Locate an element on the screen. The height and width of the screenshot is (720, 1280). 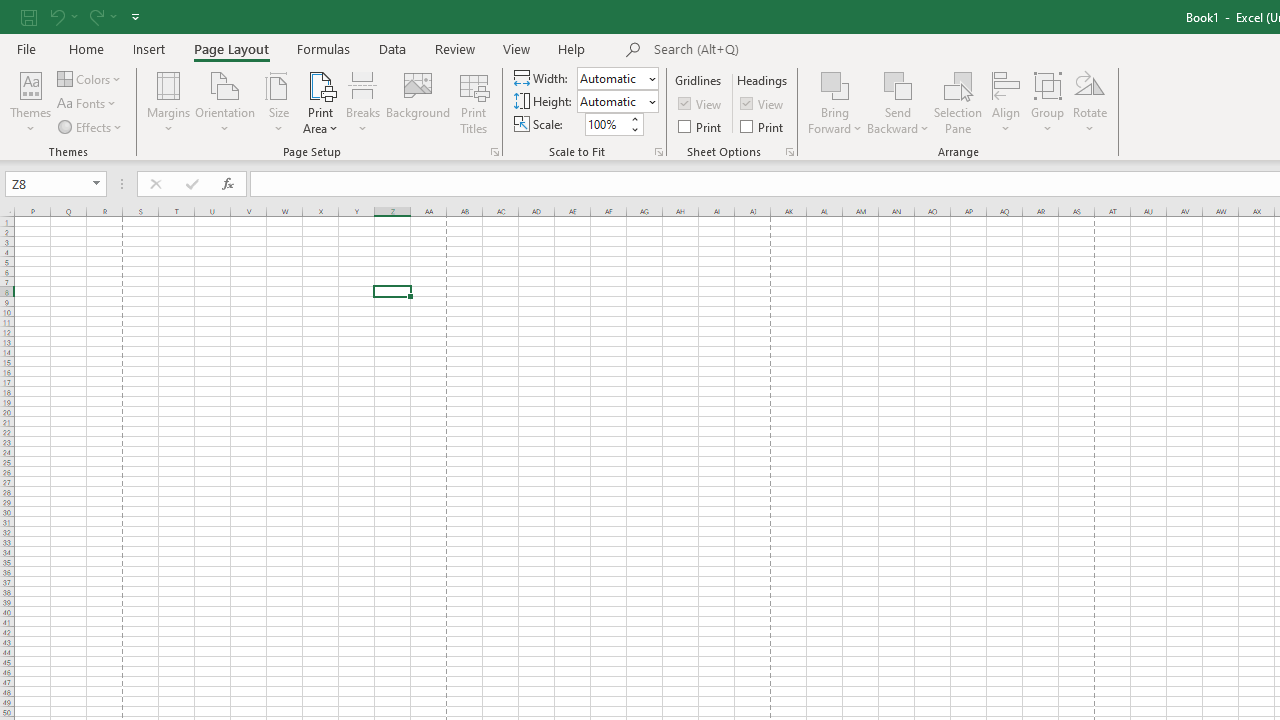
'Group' is located at coordinates (1046, 103).